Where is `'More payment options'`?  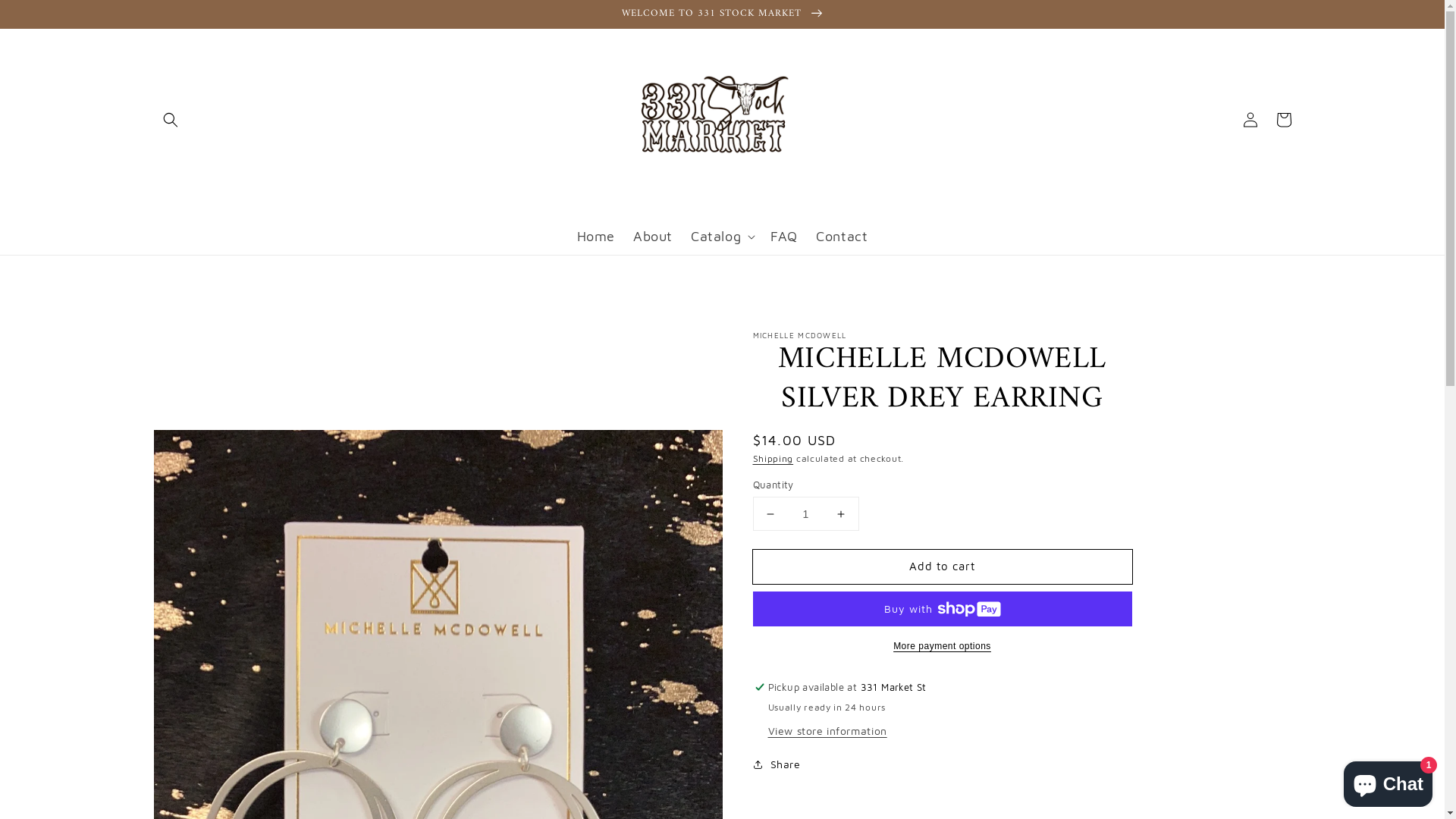
'More payment options' is located at coordinates (941, 646).